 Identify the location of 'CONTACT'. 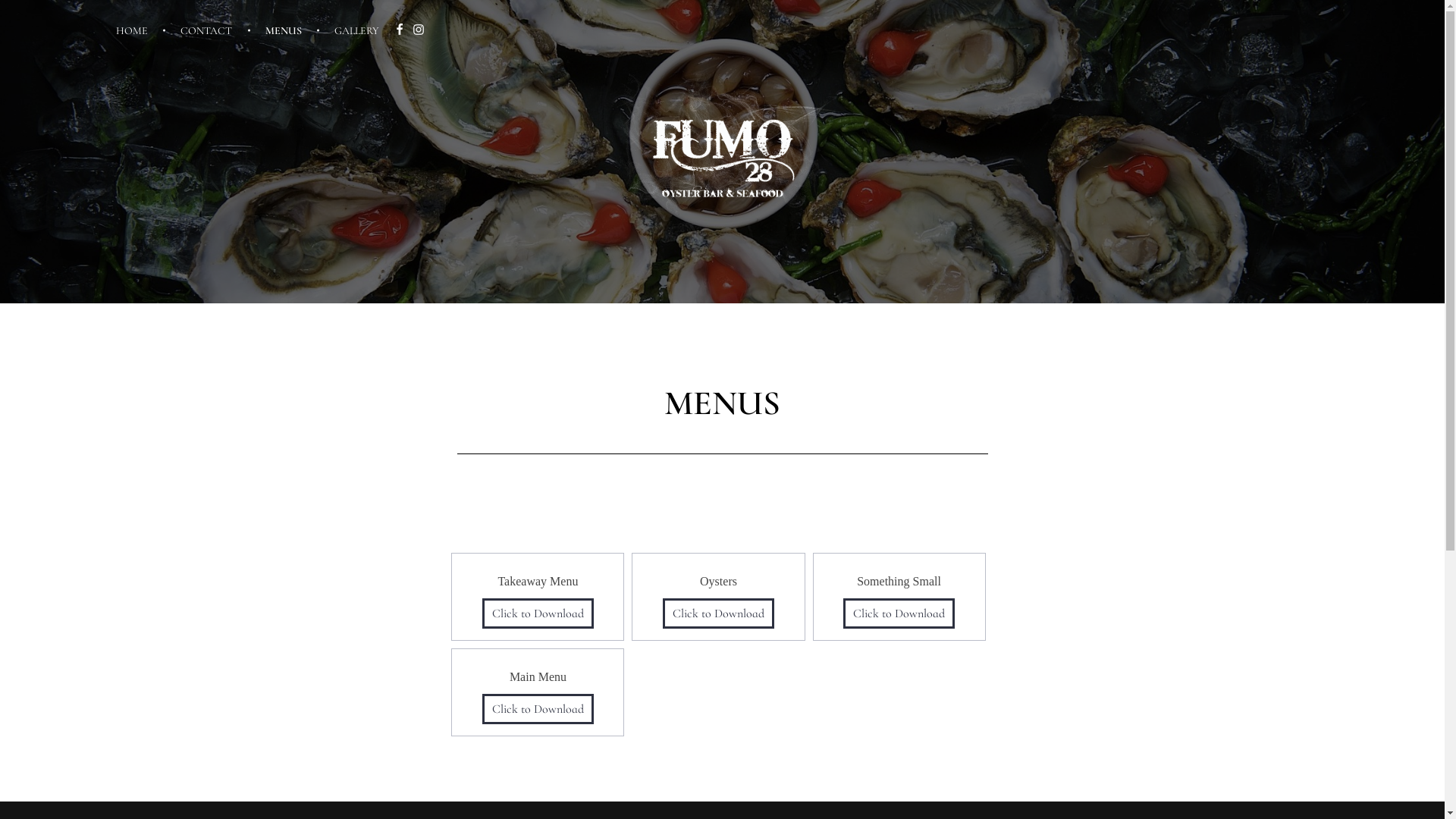
(208, 30).